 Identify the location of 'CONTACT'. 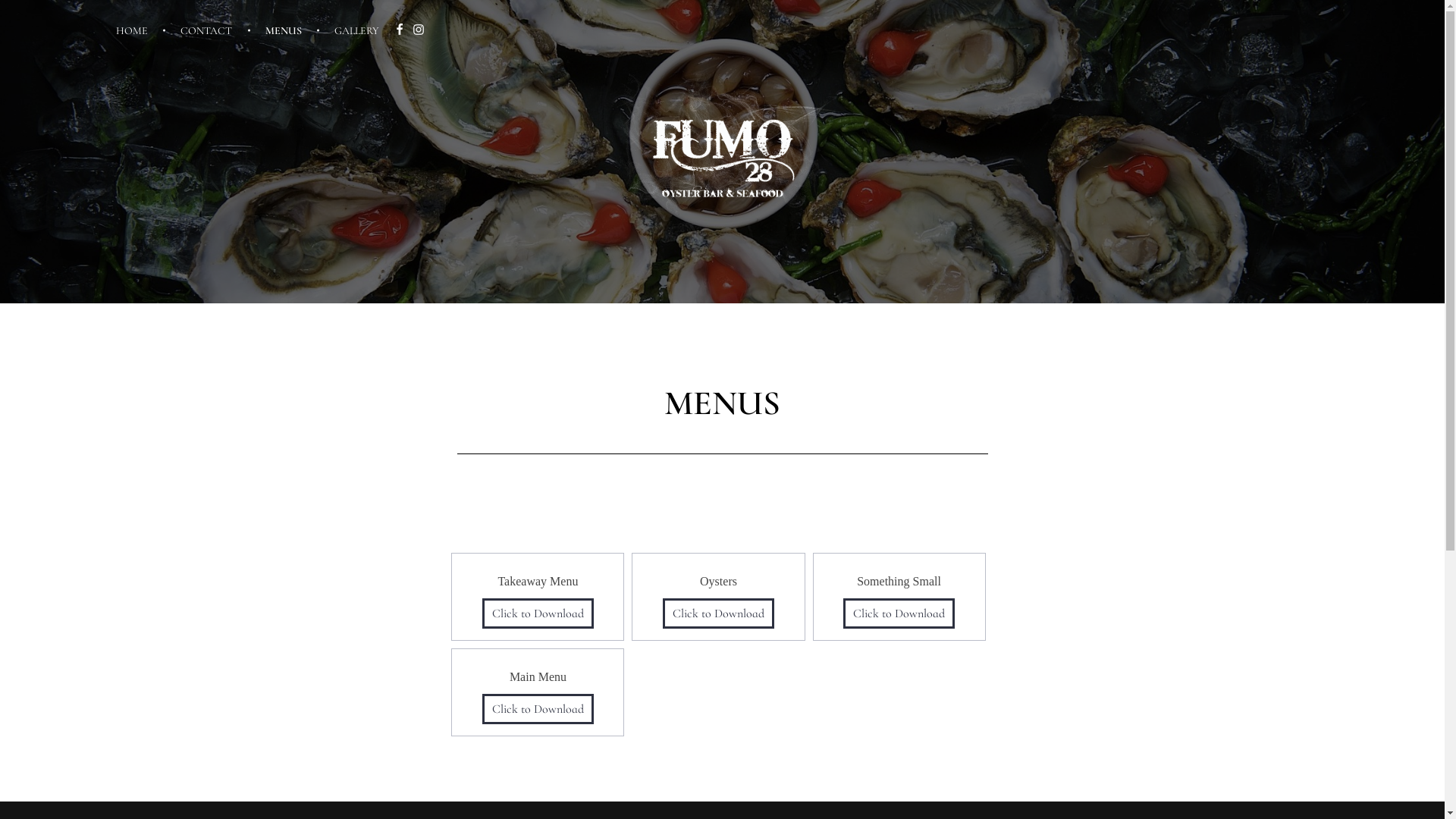
(208, 30).